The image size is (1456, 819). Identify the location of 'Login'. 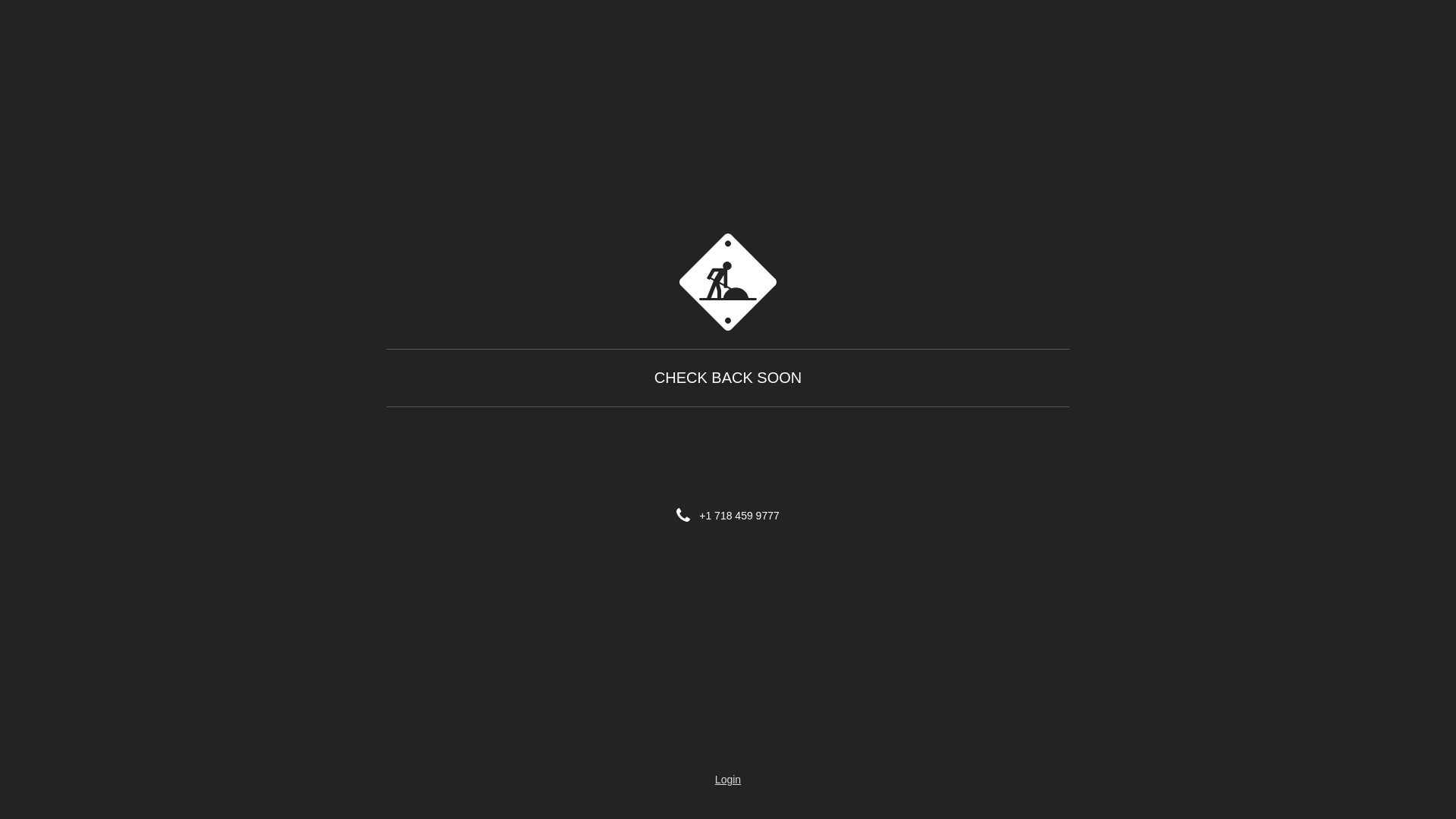
(728, 780).